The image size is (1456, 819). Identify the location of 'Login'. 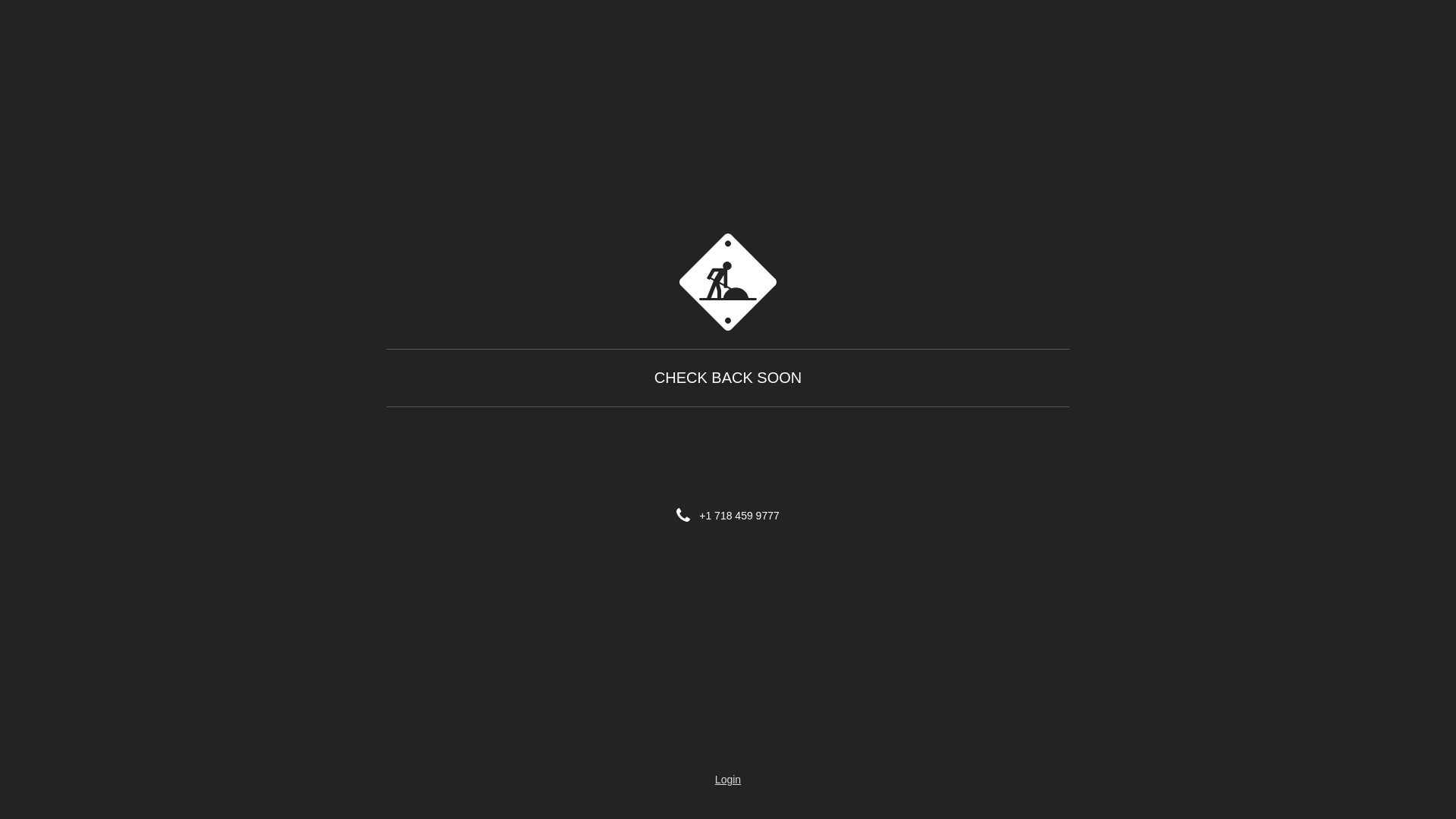
(728, 780).